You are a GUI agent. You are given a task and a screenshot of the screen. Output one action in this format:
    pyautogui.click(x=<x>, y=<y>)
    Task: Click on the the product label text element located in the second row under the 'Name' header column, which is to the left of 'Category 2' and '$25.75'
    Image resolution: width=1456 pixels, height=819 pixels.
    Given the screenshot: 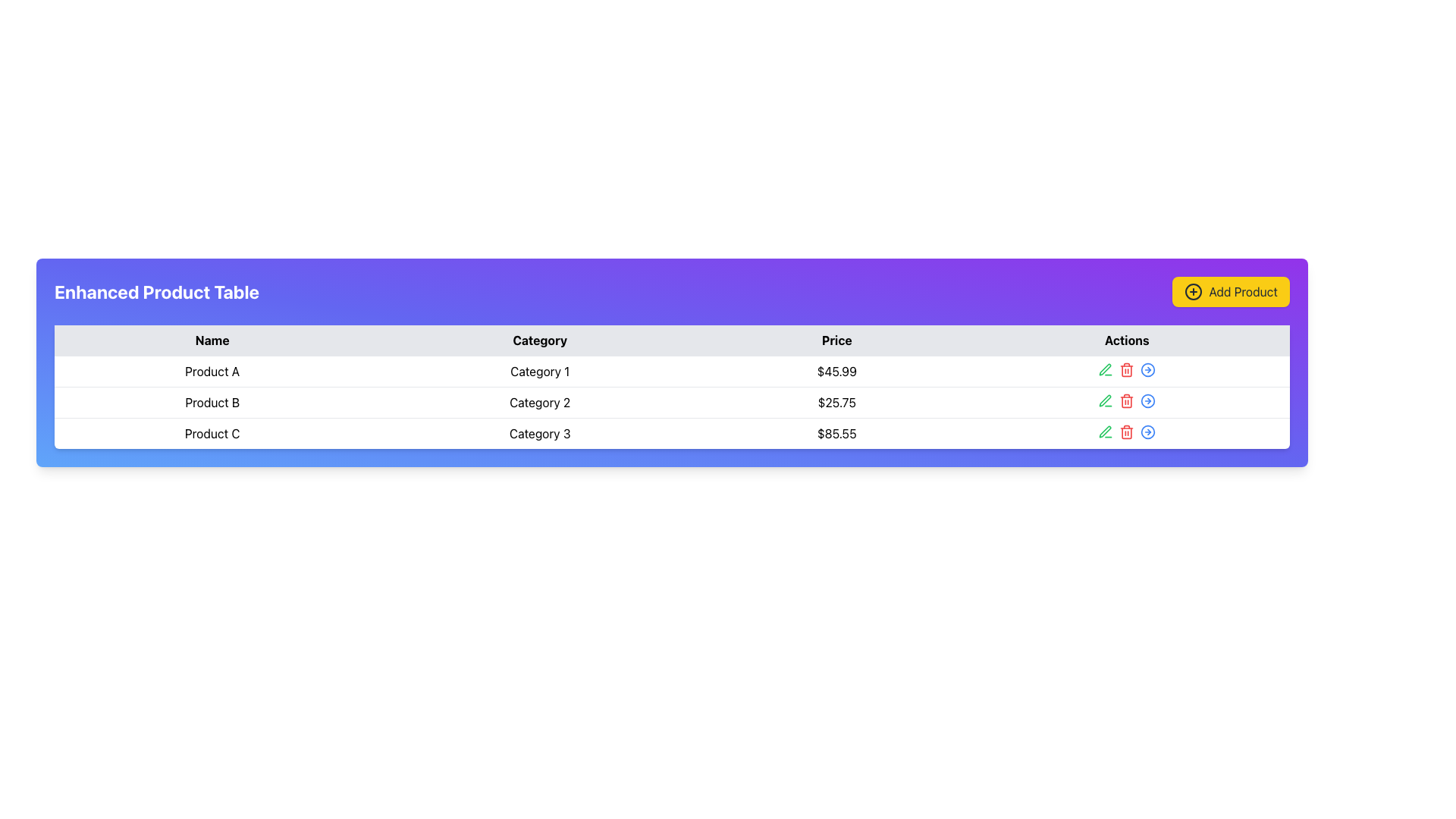 What is the action you would take?
    pyautogui.click(x=212, y=402)
    